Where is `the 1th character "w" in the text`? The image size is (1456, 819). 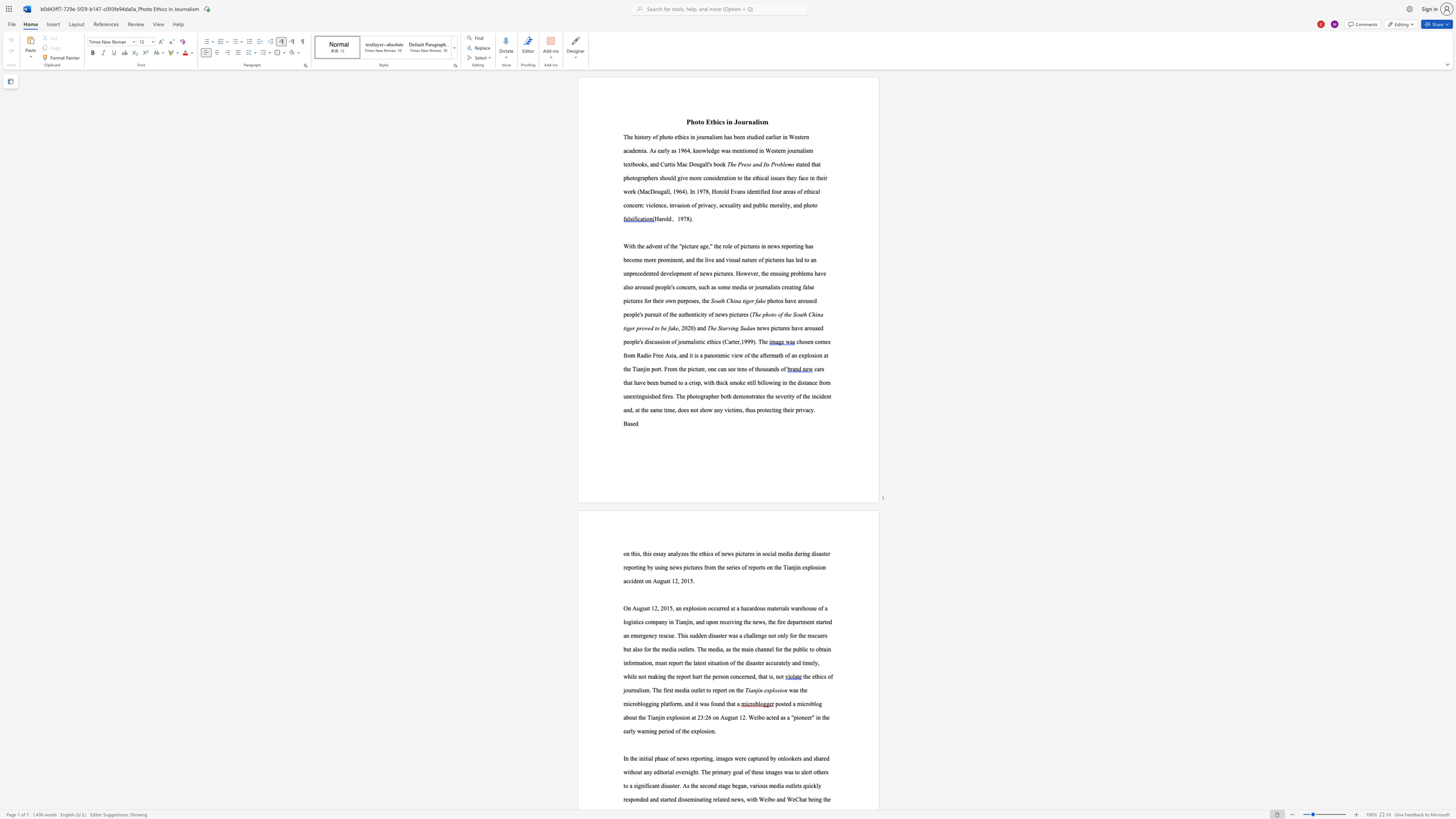 the 1th character "w" in the text is located at coordinates (626, 190).